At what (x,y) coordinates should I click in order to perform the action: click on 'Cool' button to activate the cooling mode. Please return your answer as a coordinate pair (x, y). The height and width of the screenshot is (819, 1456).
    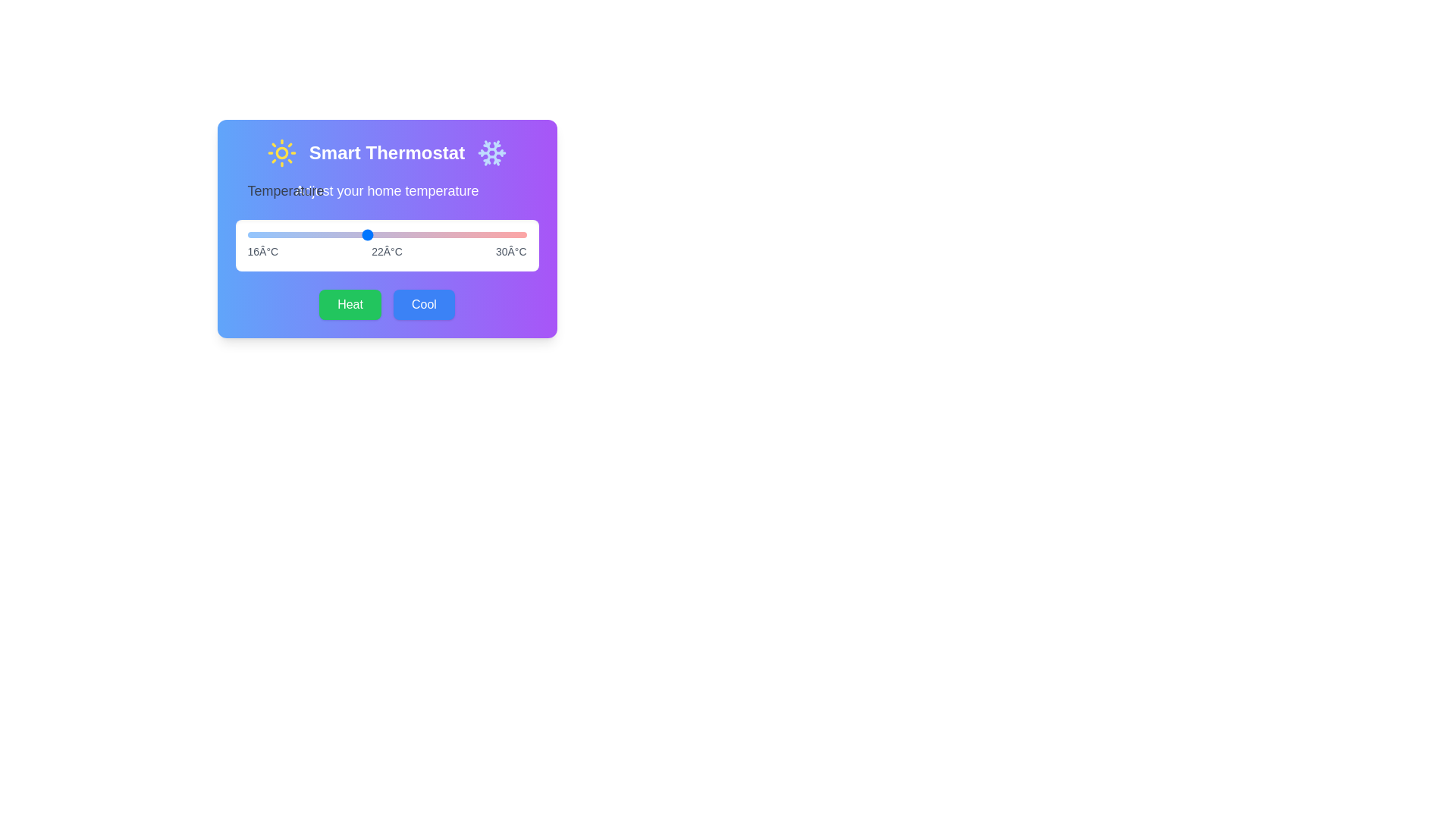
    Looking at the image, I should click on (424, 304).